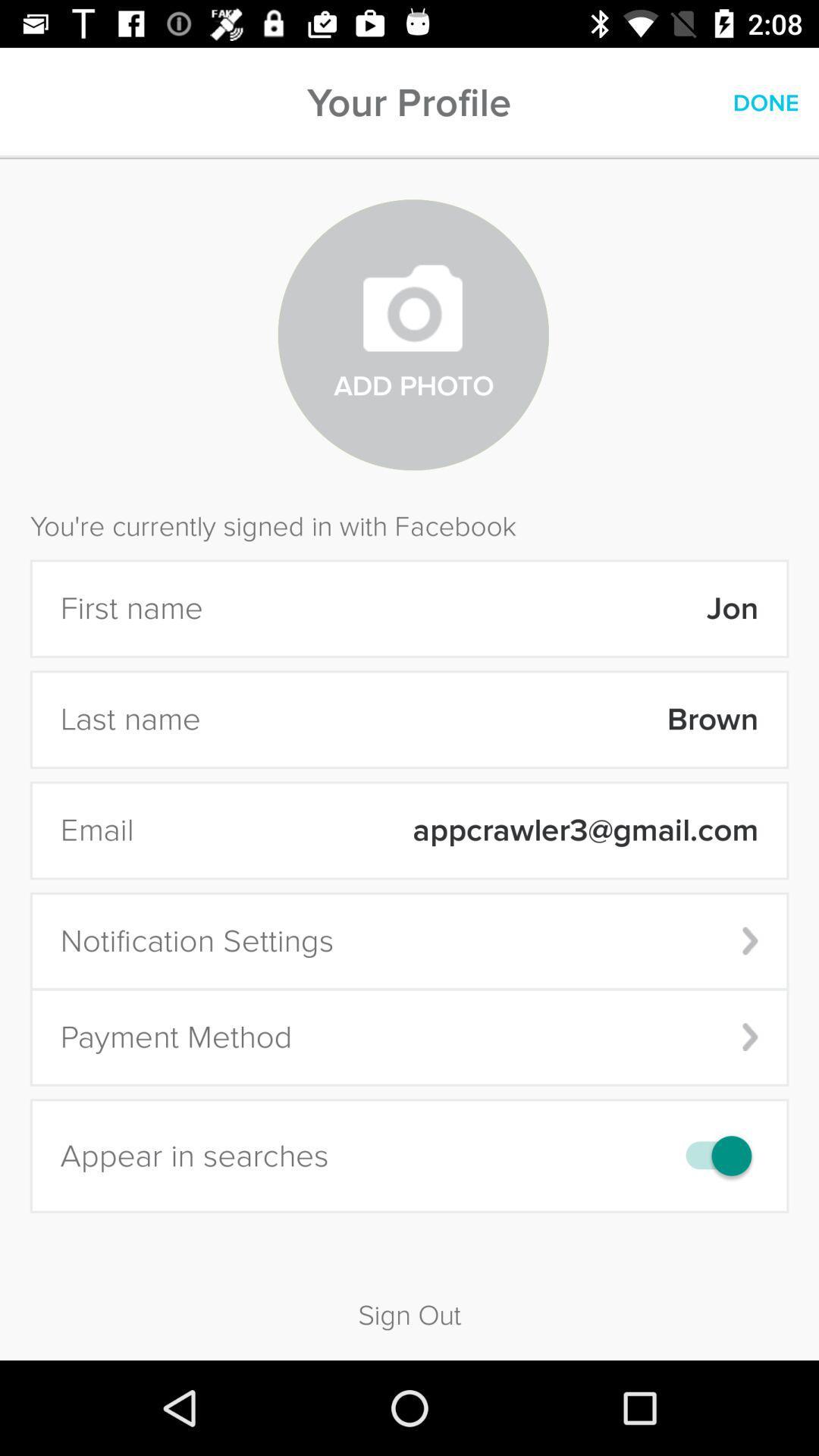 This screenshot has height=1456, width=819. What do you see at coordinates (766, 102) in the screenshot?
I see `icon above the you re currently icon` at bounding box center [766, 102].